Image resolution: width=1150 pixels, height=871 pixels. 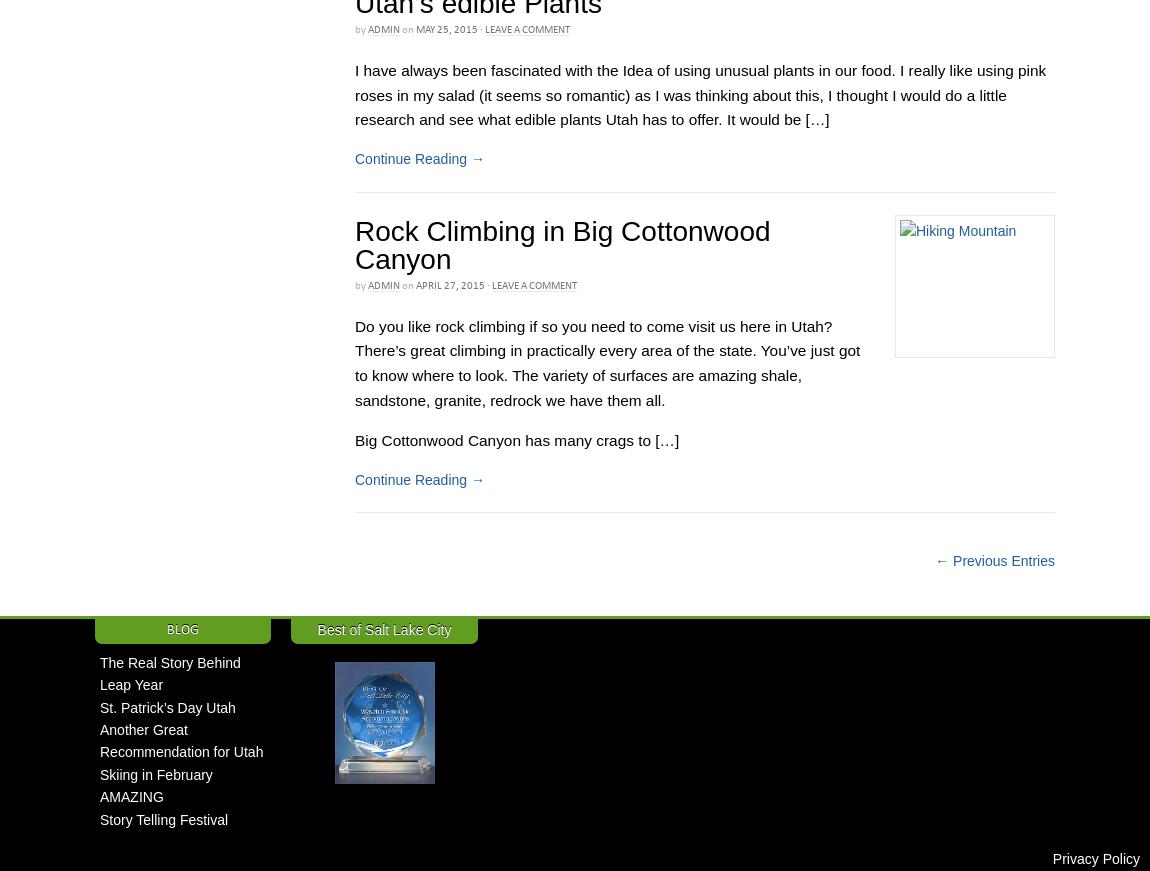 What do you see at coordinates (447, 28) in the screenshot?
I see `'May 25, 2015'` at bounding box center [447, 28].